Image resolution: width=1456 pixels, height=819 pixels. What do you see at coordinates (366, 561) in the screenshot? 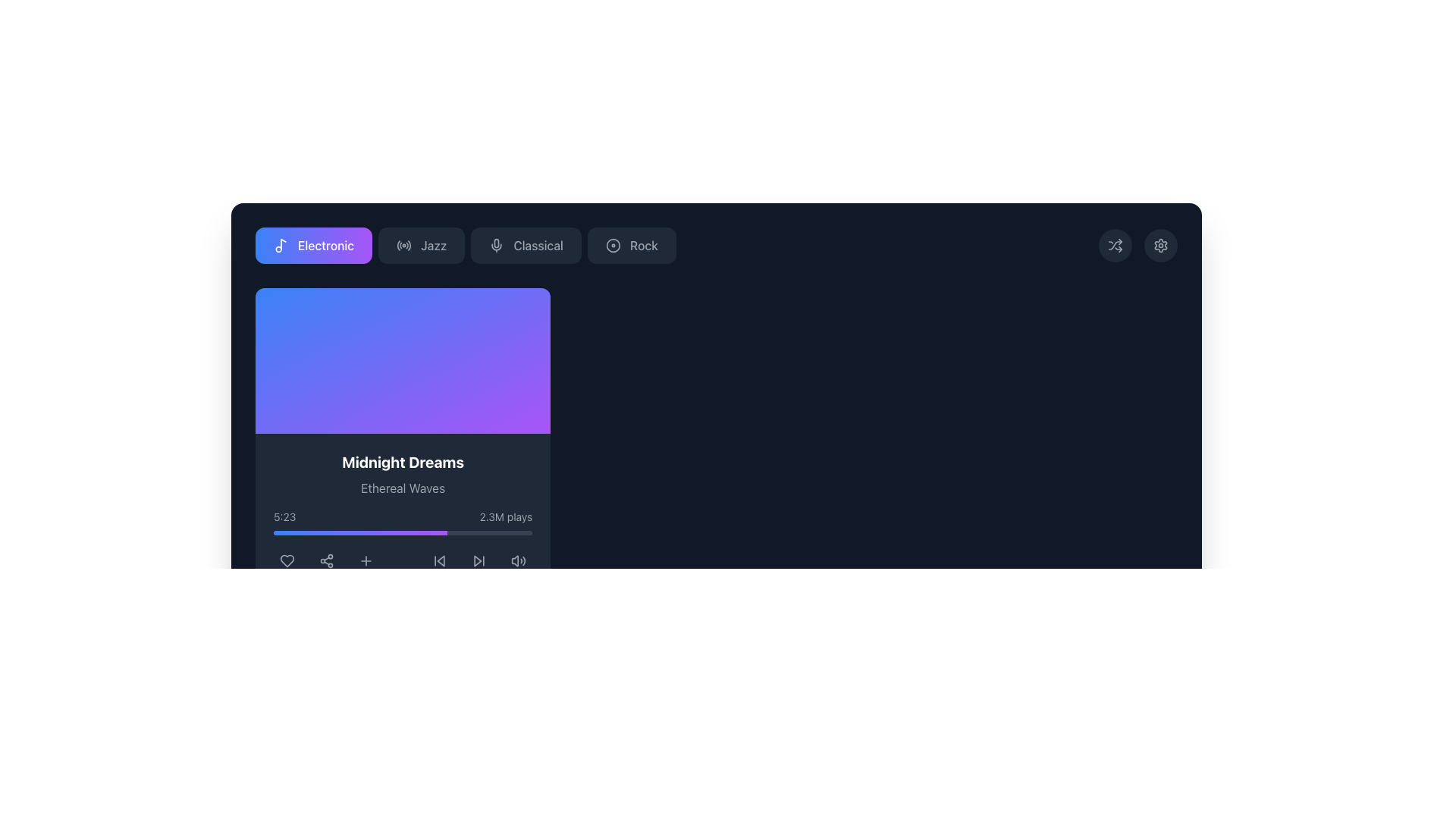
I see `the button located in the audio control bar that allows the user` at bounding box center [366, 561].